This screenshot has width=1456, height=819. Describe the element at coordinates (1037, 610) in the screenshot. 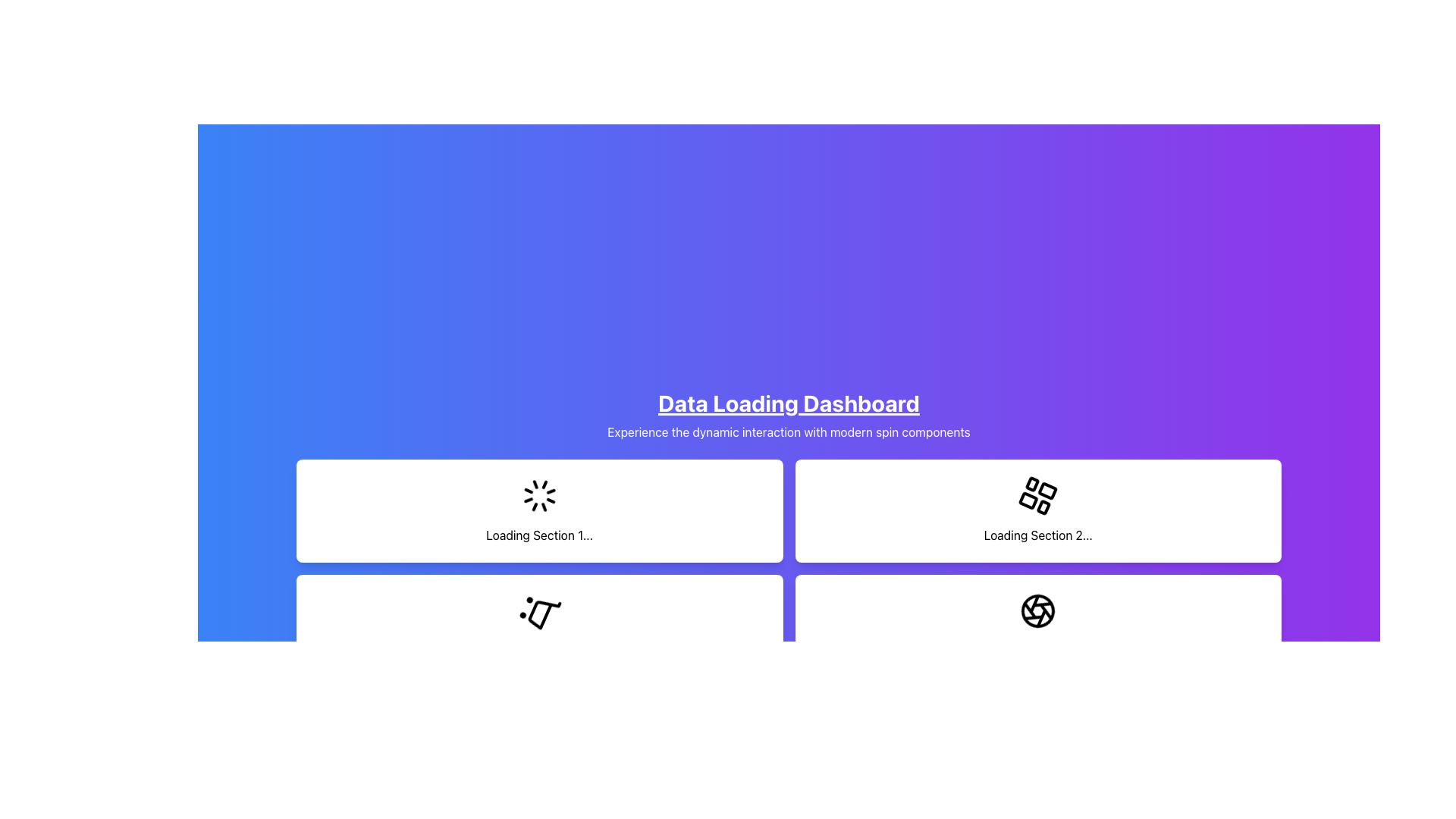

I see `the status indicator icon located above the text 'Loading Section 4...' in the bottom right section of the dashboard interface` at that location.